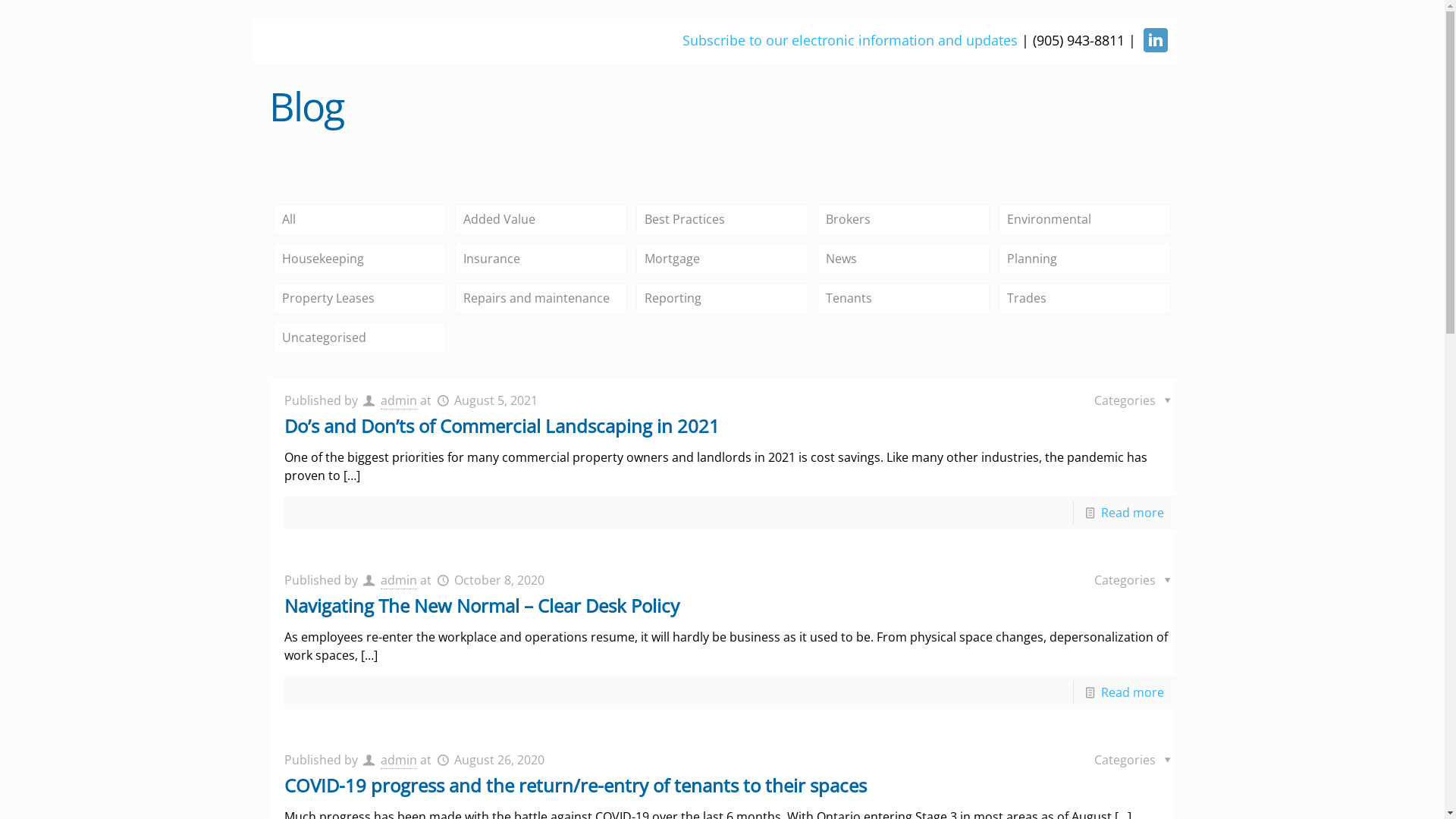 The height and width of the screenshot is (819, 1456). What do you see at coordinates (903, 257) in the screenshot?
I see `'News'` at bounding box center [903, 257].